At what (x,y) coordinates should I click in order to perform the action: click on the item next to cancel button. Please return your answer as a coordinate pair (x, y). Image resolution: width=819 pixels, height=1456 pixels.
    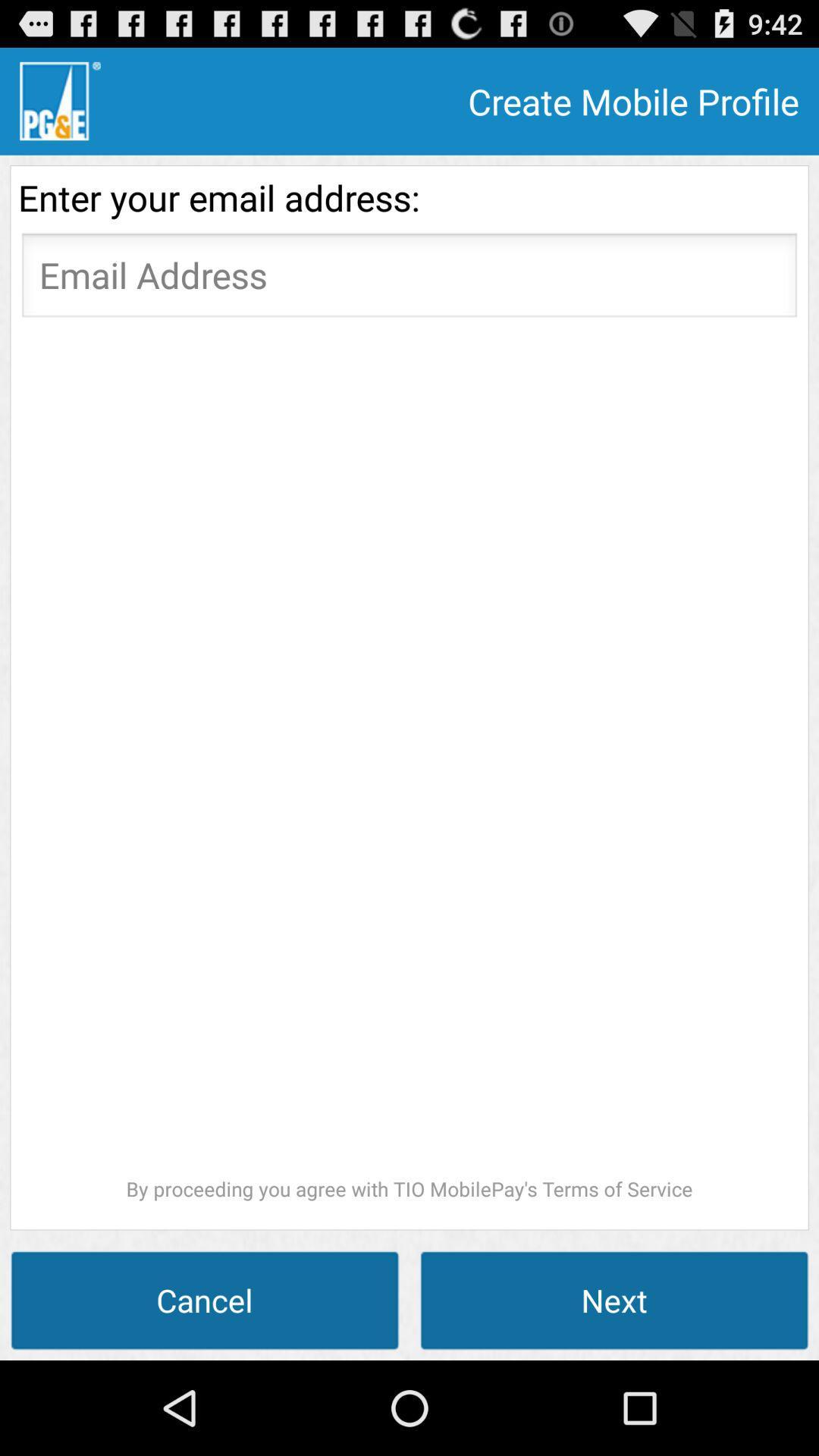
    Looking at the image, I should click on (614, 1299).